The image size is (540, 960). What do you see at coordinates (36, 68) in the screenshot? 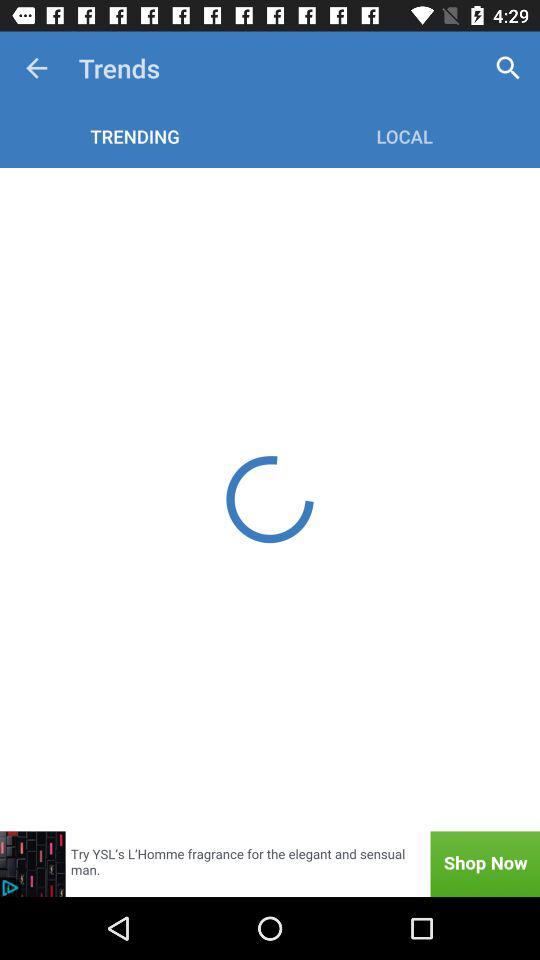
I see `the item to the left of the trends item` at bounding box center [36, 68].